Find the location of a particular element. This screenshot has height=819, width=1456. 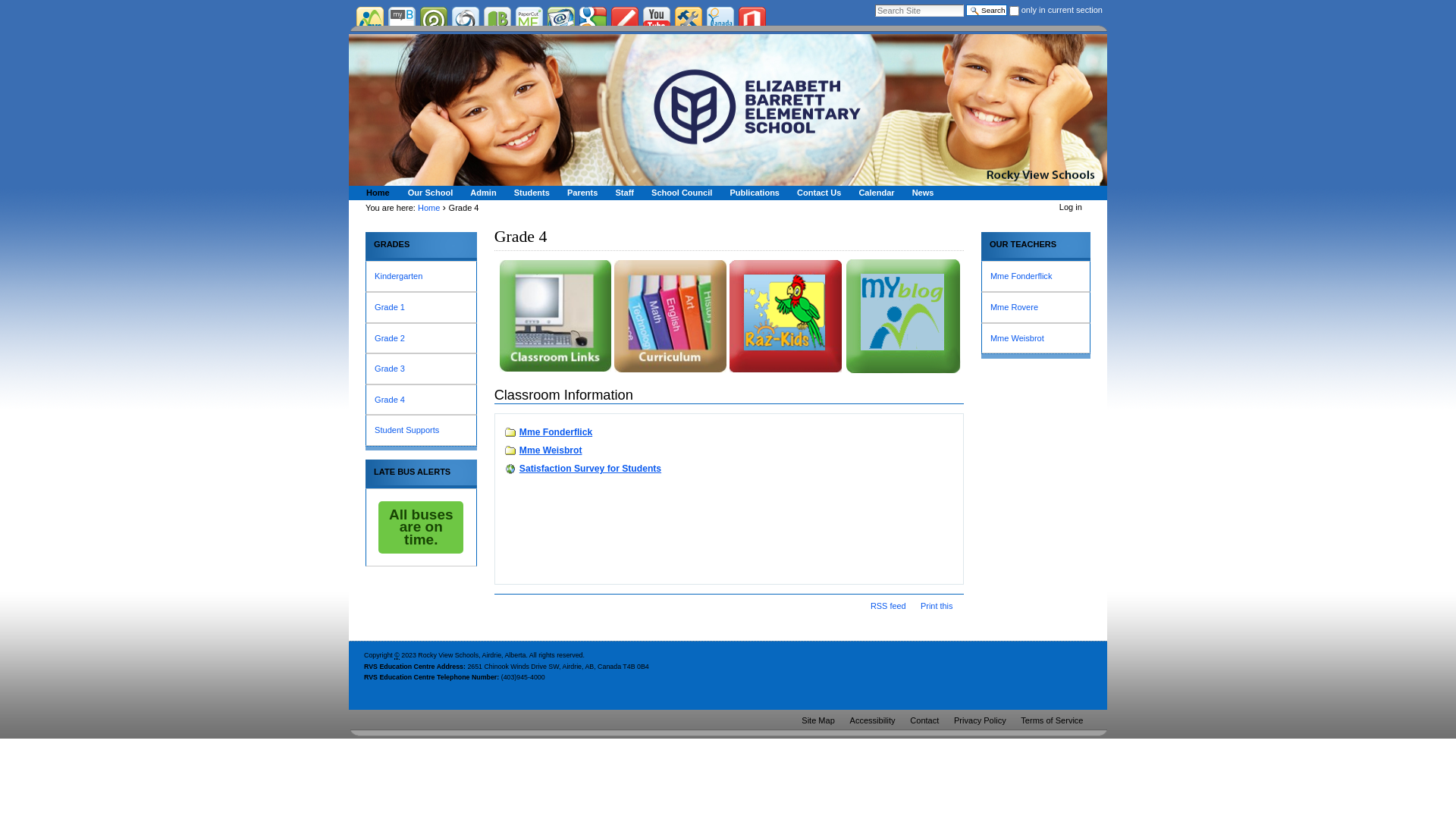

'TP-curriculum' is located at coordinates (669, 315).